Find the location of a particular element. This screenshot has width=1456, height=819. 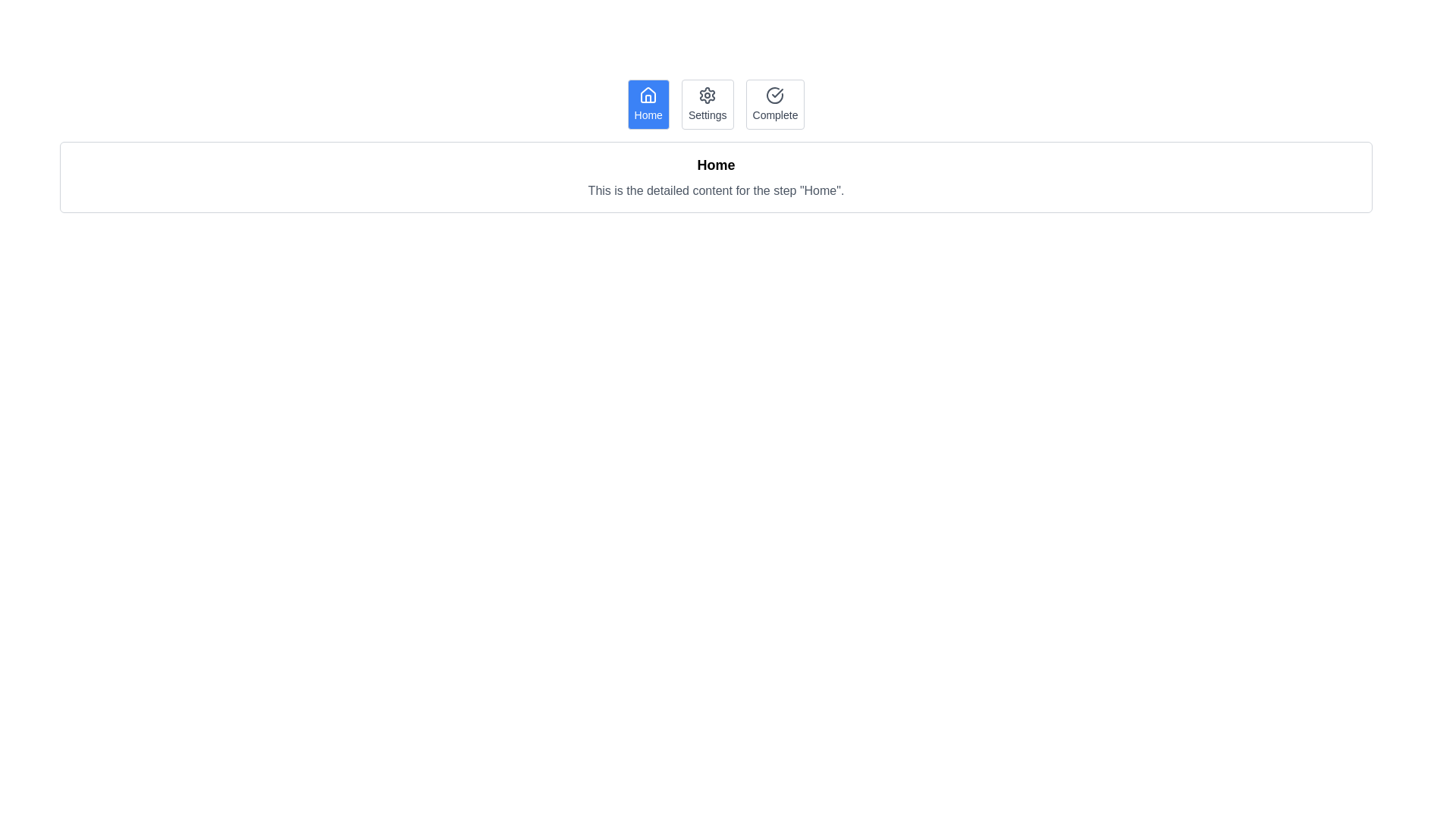

the completed status icon located in the upper portion of the 'Complete' menu option to indicate a successful action is located at coordinates (775, 96).